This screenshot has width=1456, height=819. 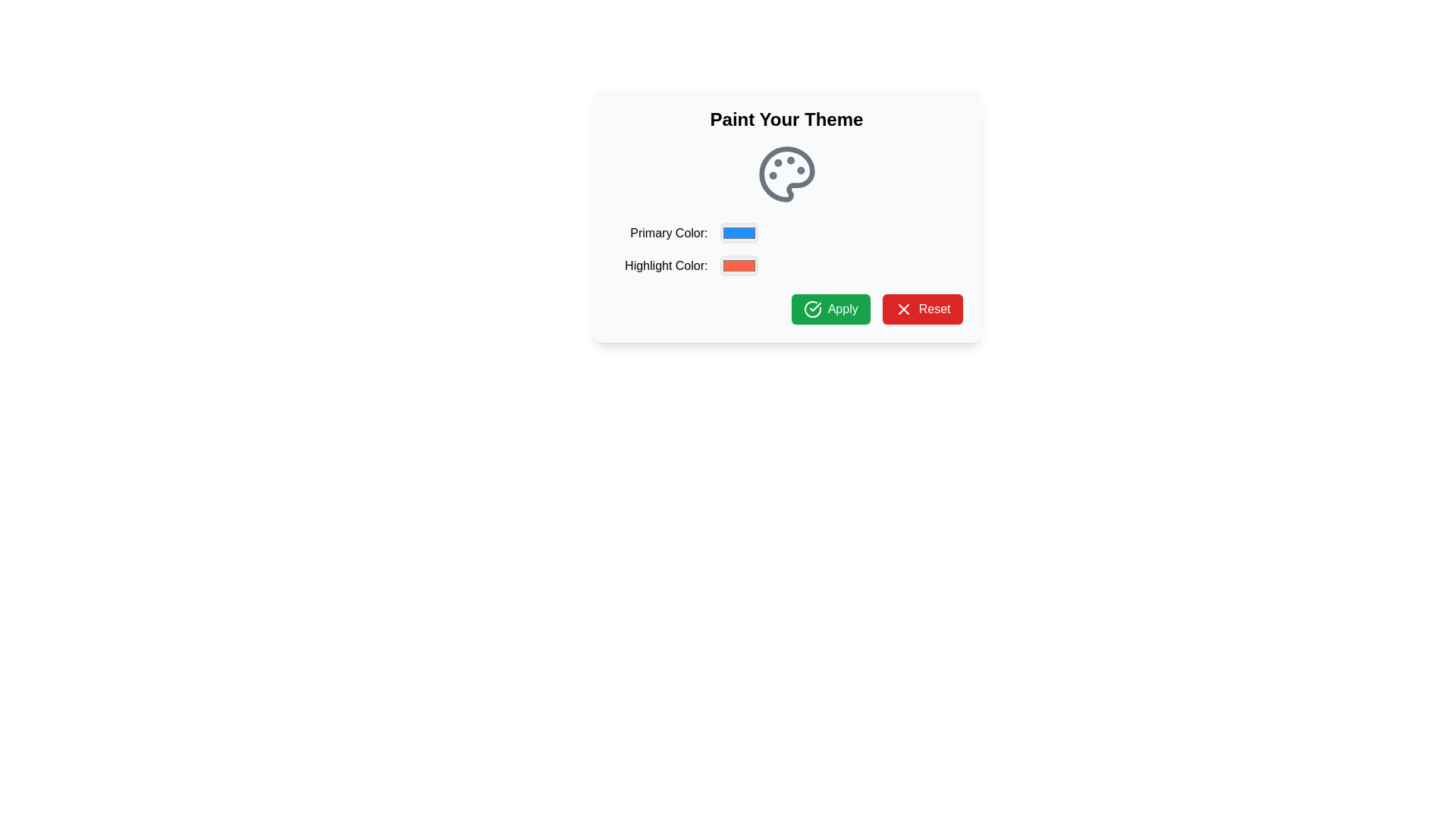 I want to click on the Highlight Color, so click(x=739, y=265).